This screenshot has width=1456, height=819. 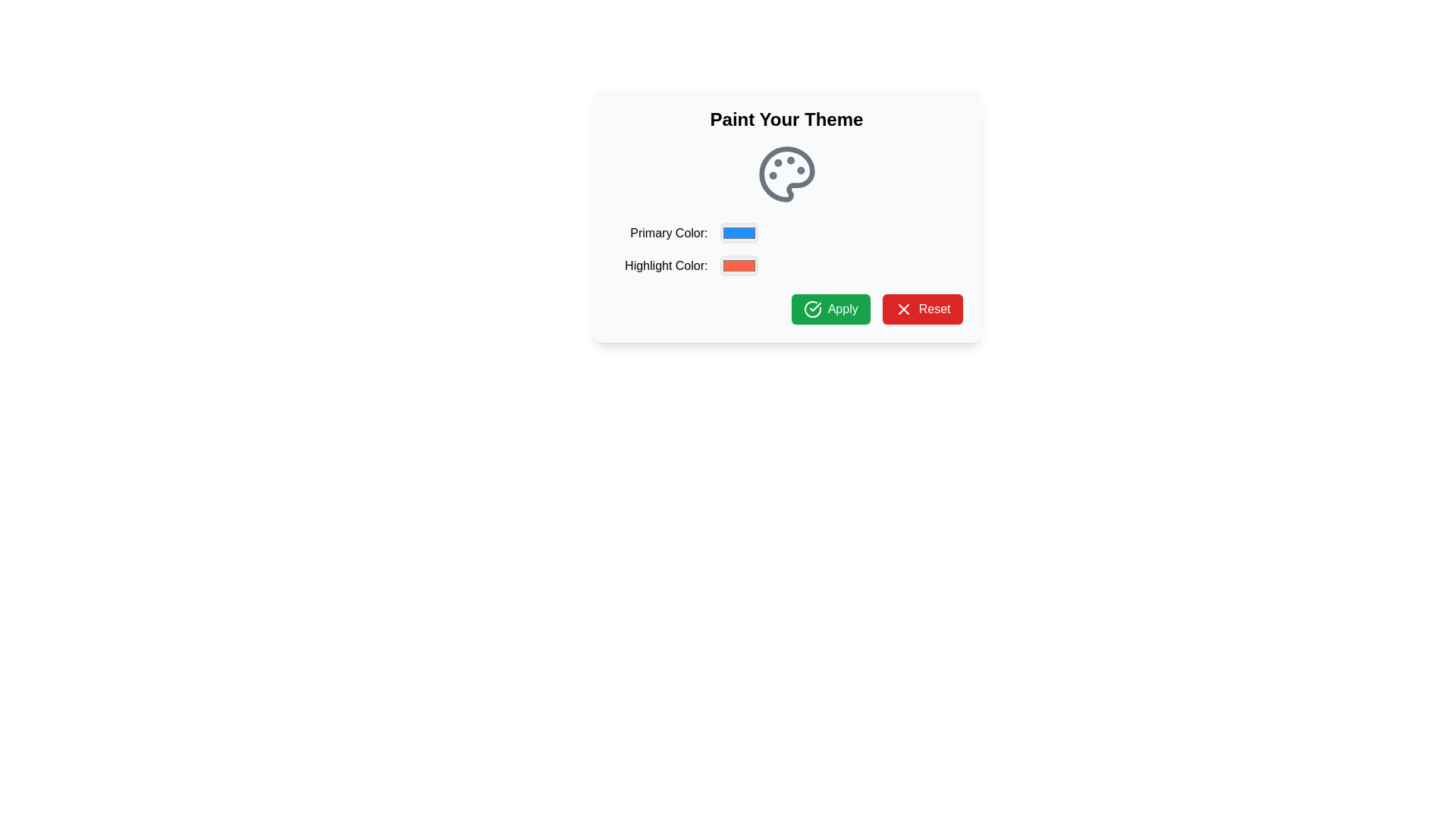 I want to click on the Highlight Color, so click(x=739, y=265).